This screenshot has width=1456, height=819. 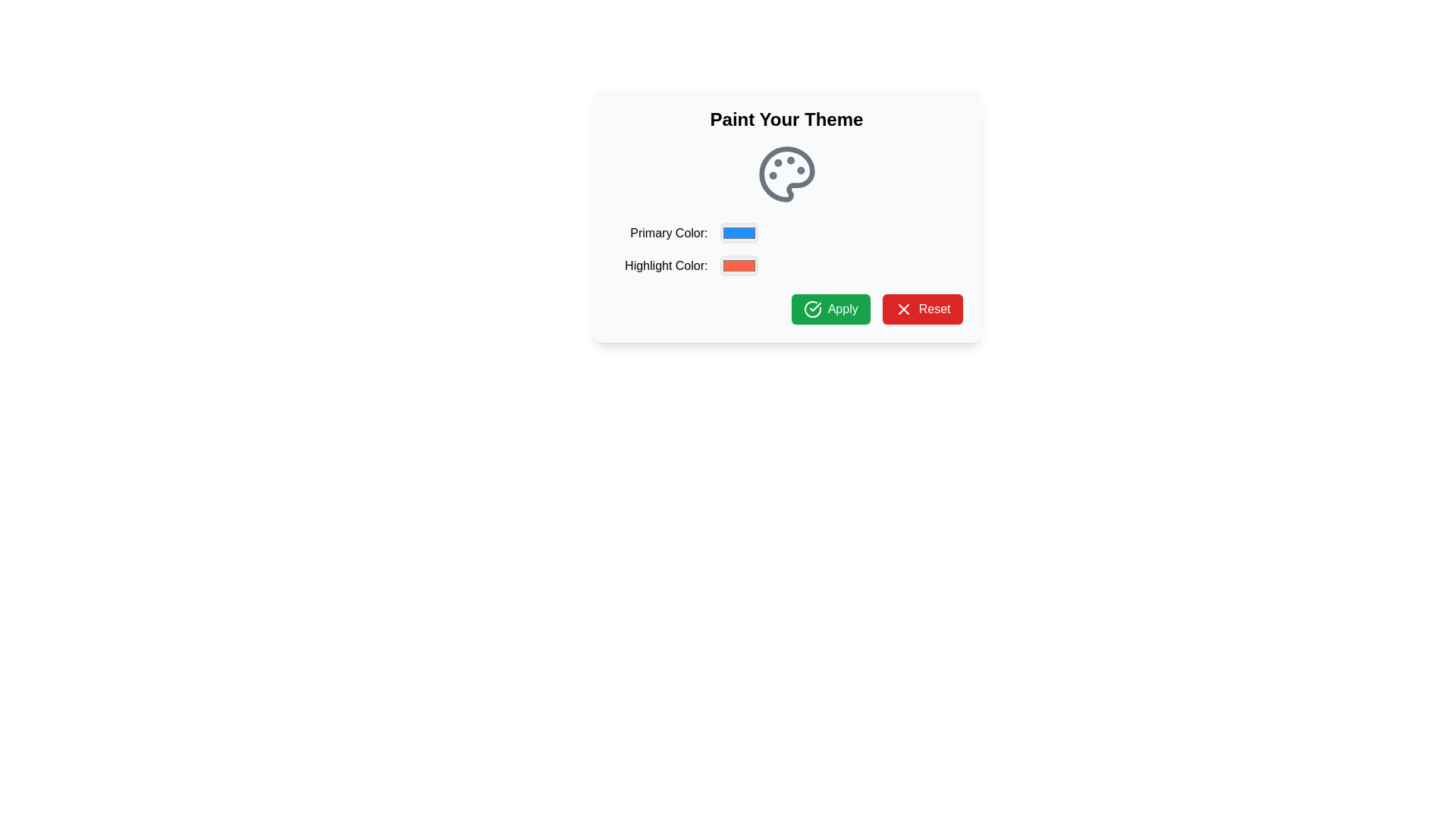 I want to click on the Highlight Color, so click(x=739, y=265).